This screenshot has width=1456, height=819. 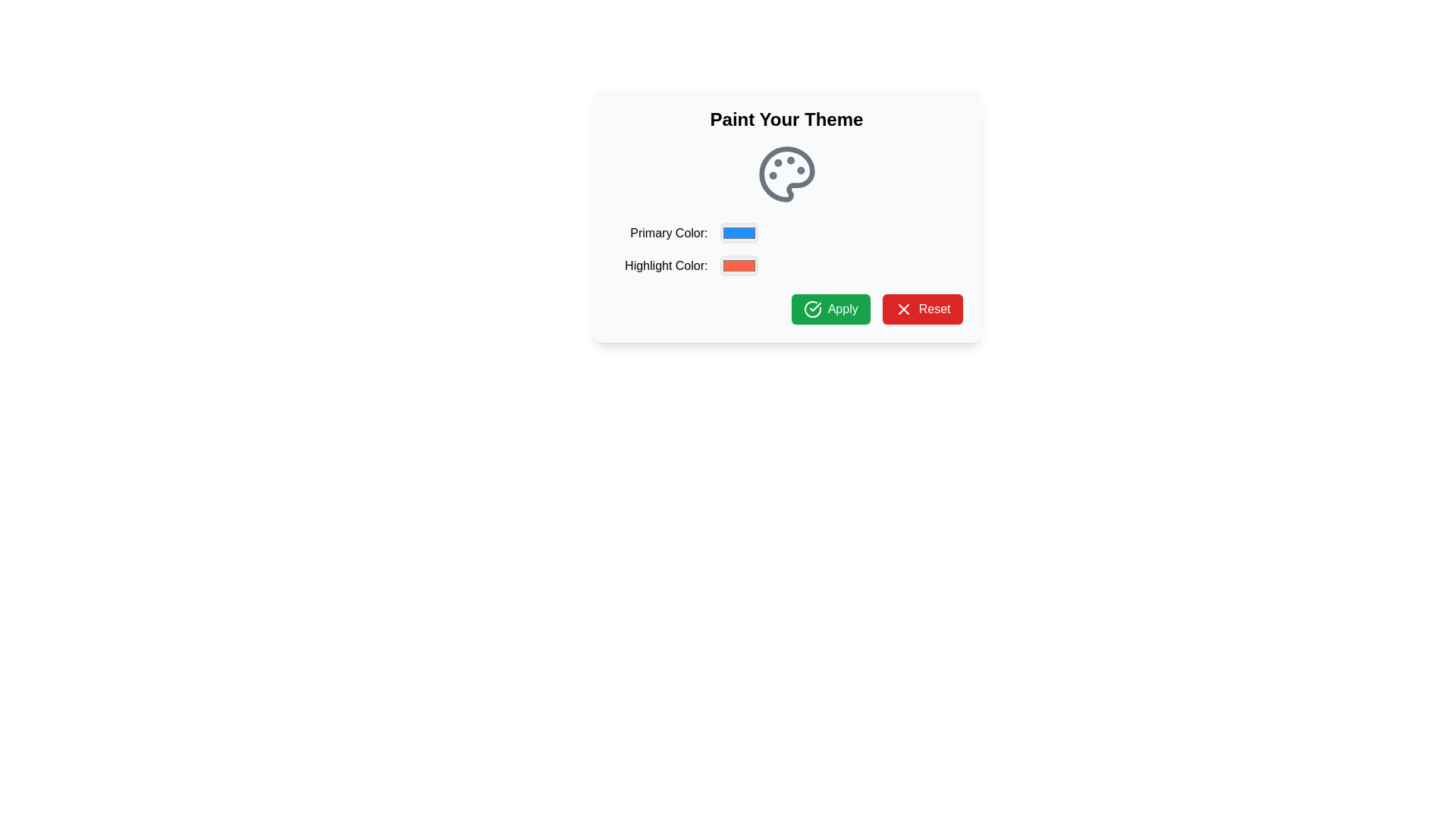 I want to click on the Highlight Color, so click(x=739, y=265).